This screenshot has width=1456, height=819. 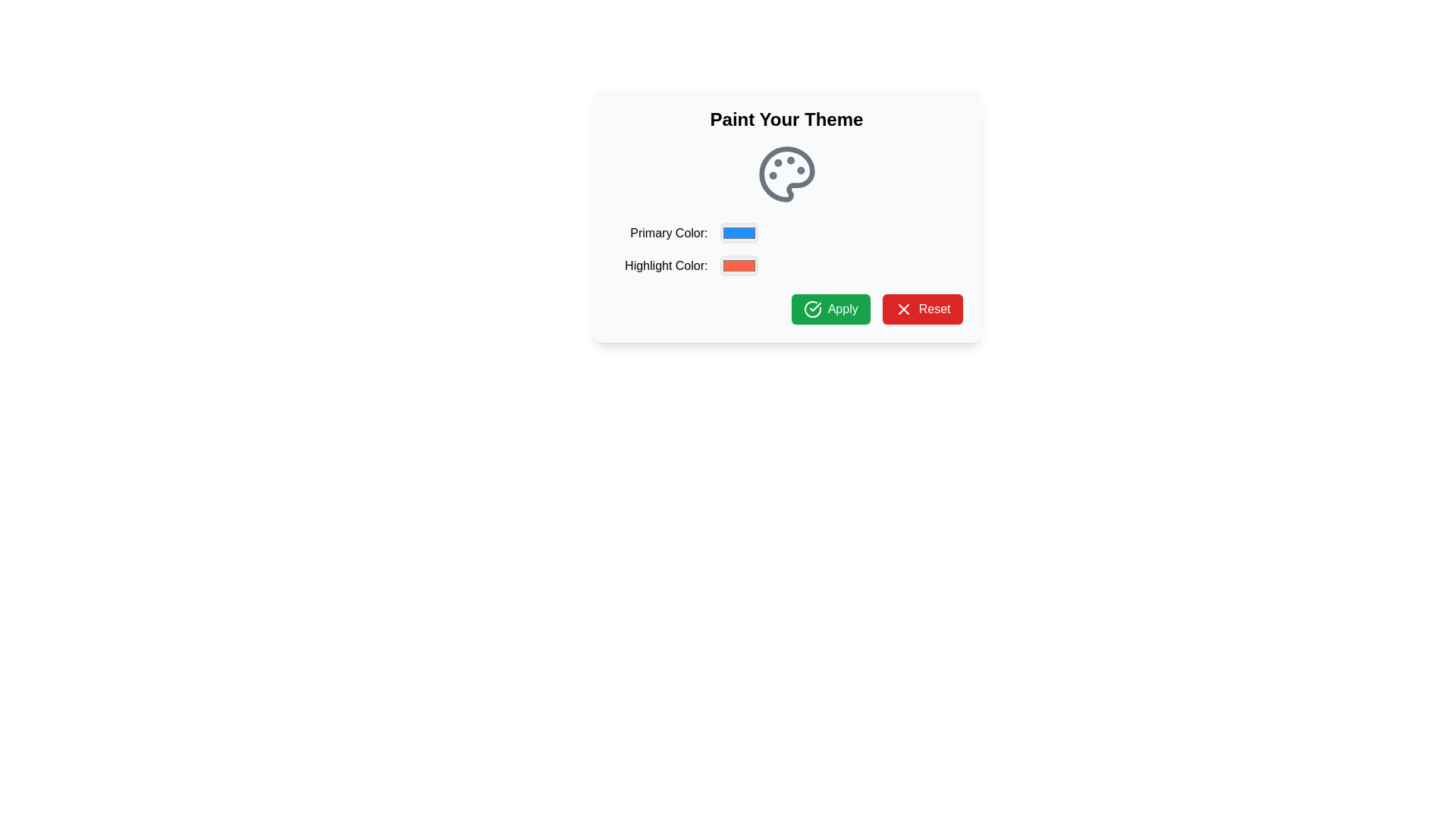 I want to click on the Highlight Color, so click(x=739, y=265).